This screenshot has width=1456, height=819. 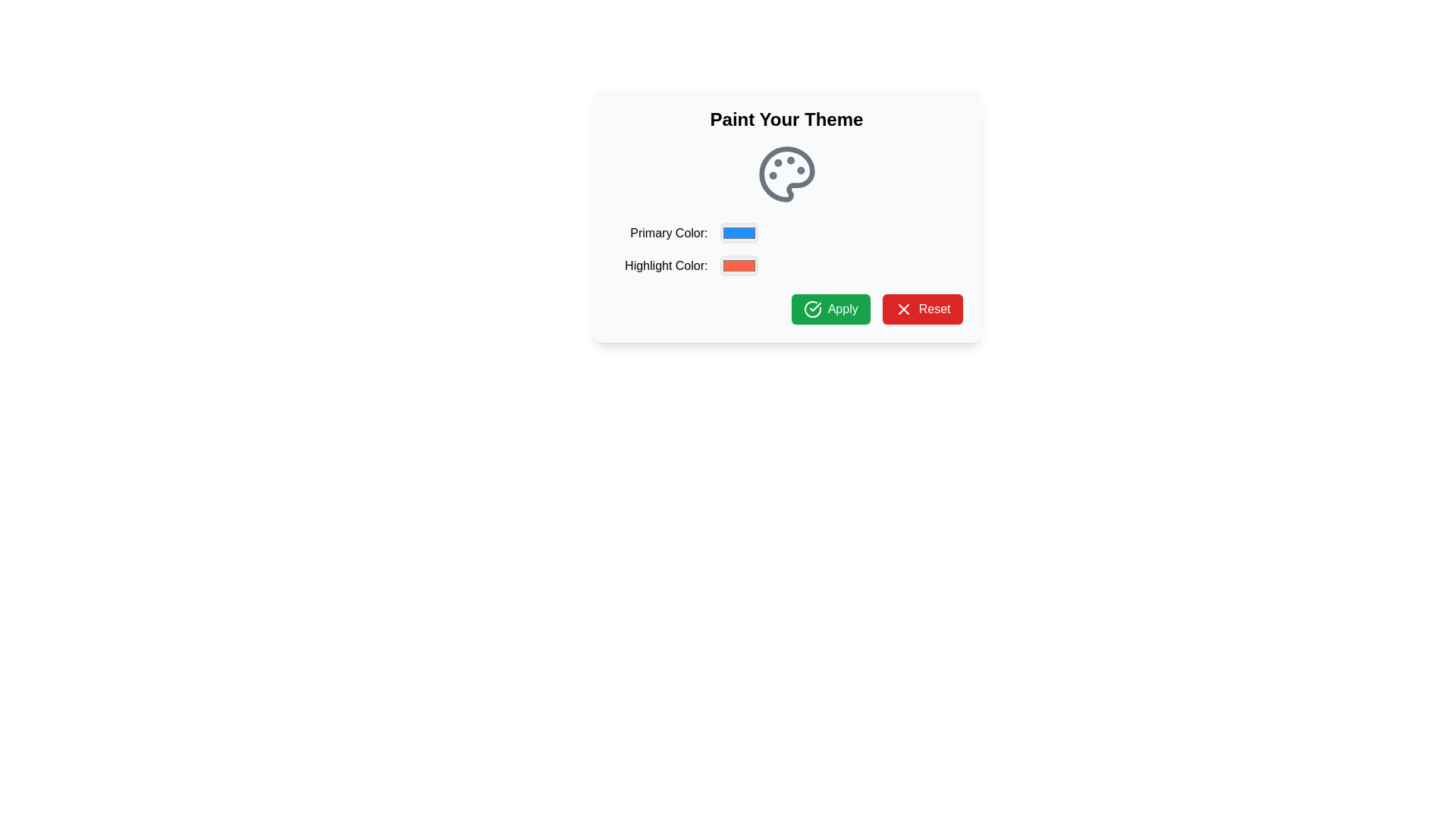 I want to click on the Highlight Color, so click(x=739, y=265).